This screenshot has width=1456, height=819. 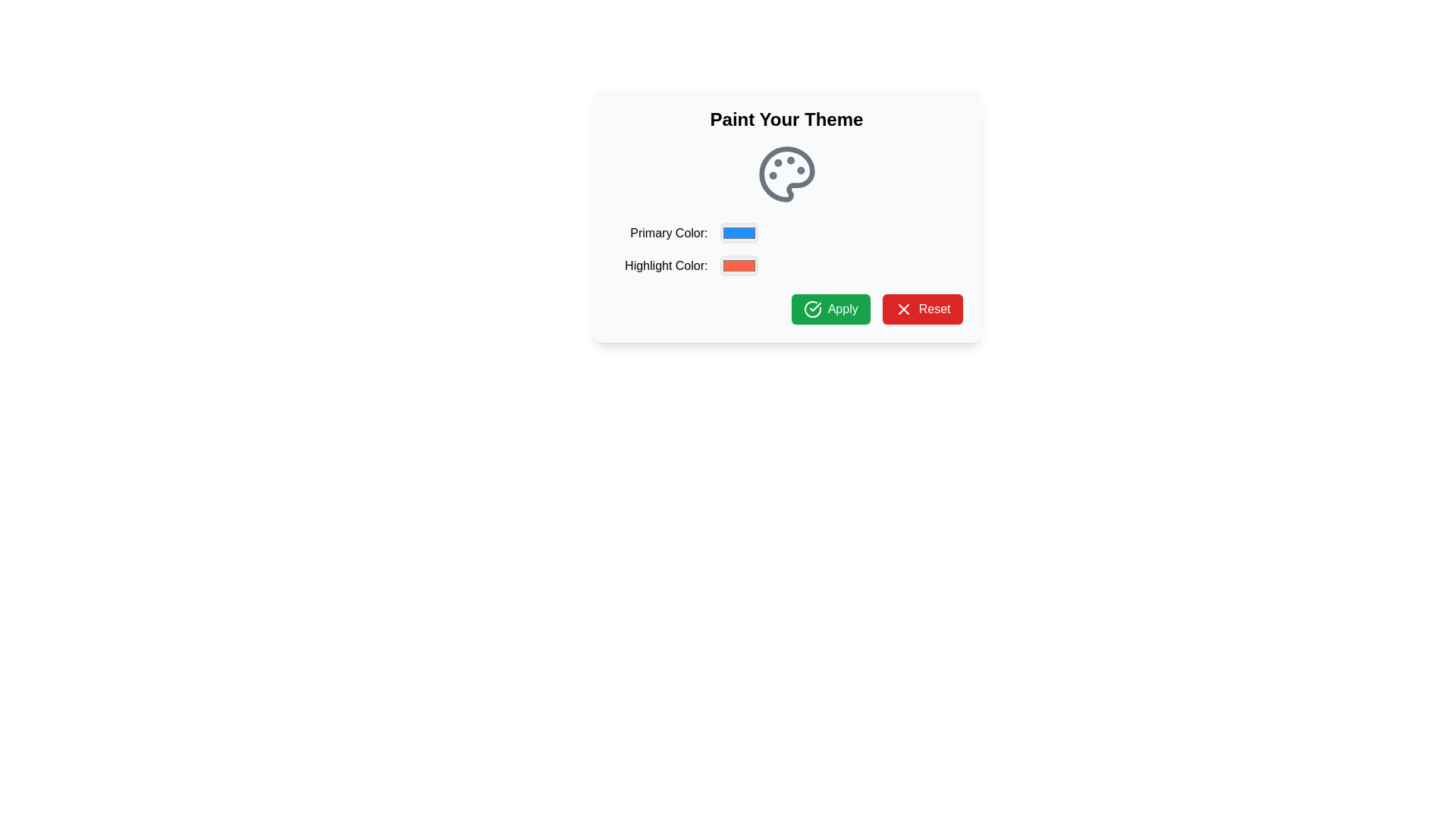 I want to click on the Highlight Color, so click(x=739, y=265).